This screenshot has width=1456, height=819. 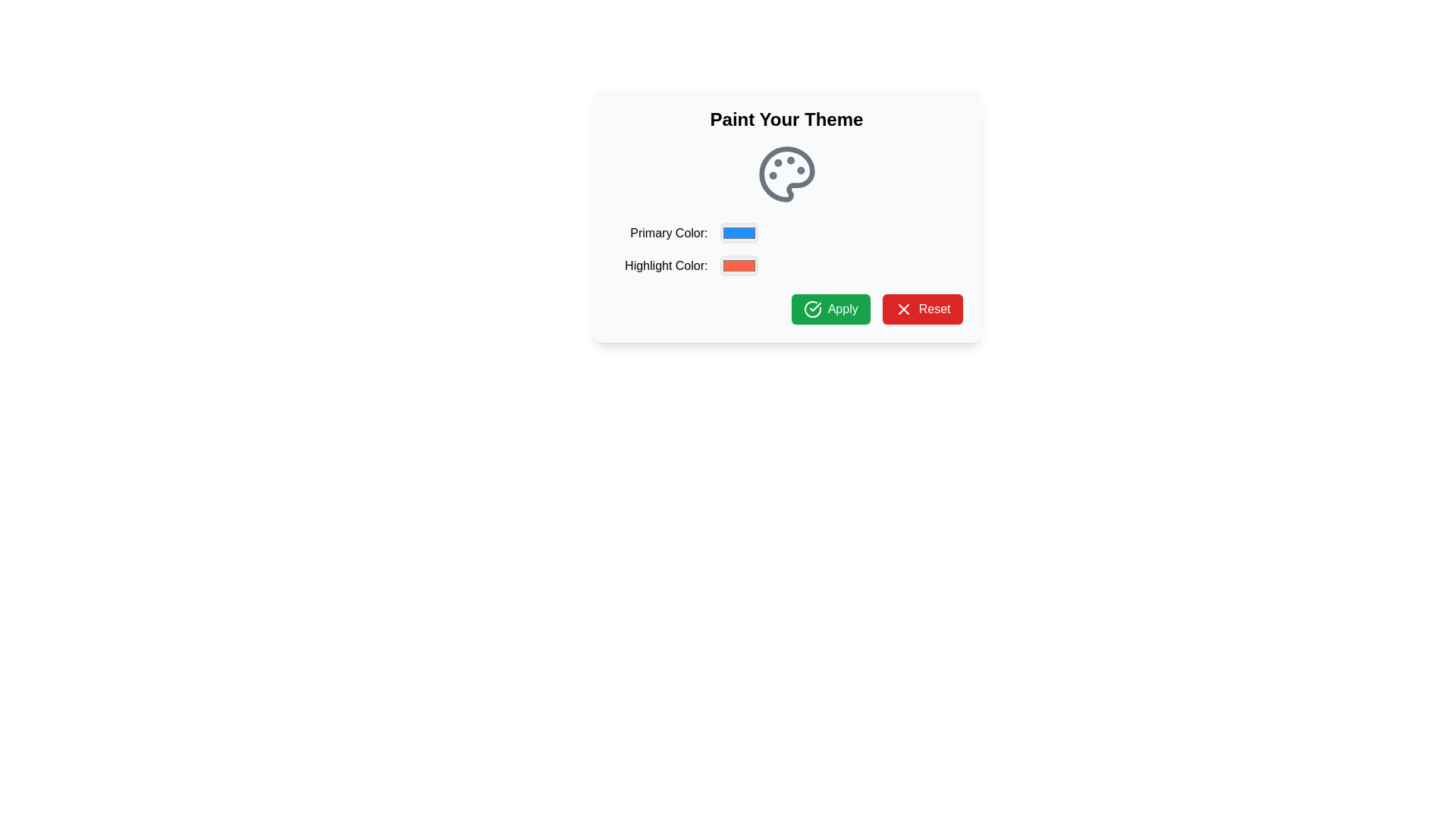 I want to click on the Highlight Color, so click(x=739, y=265).